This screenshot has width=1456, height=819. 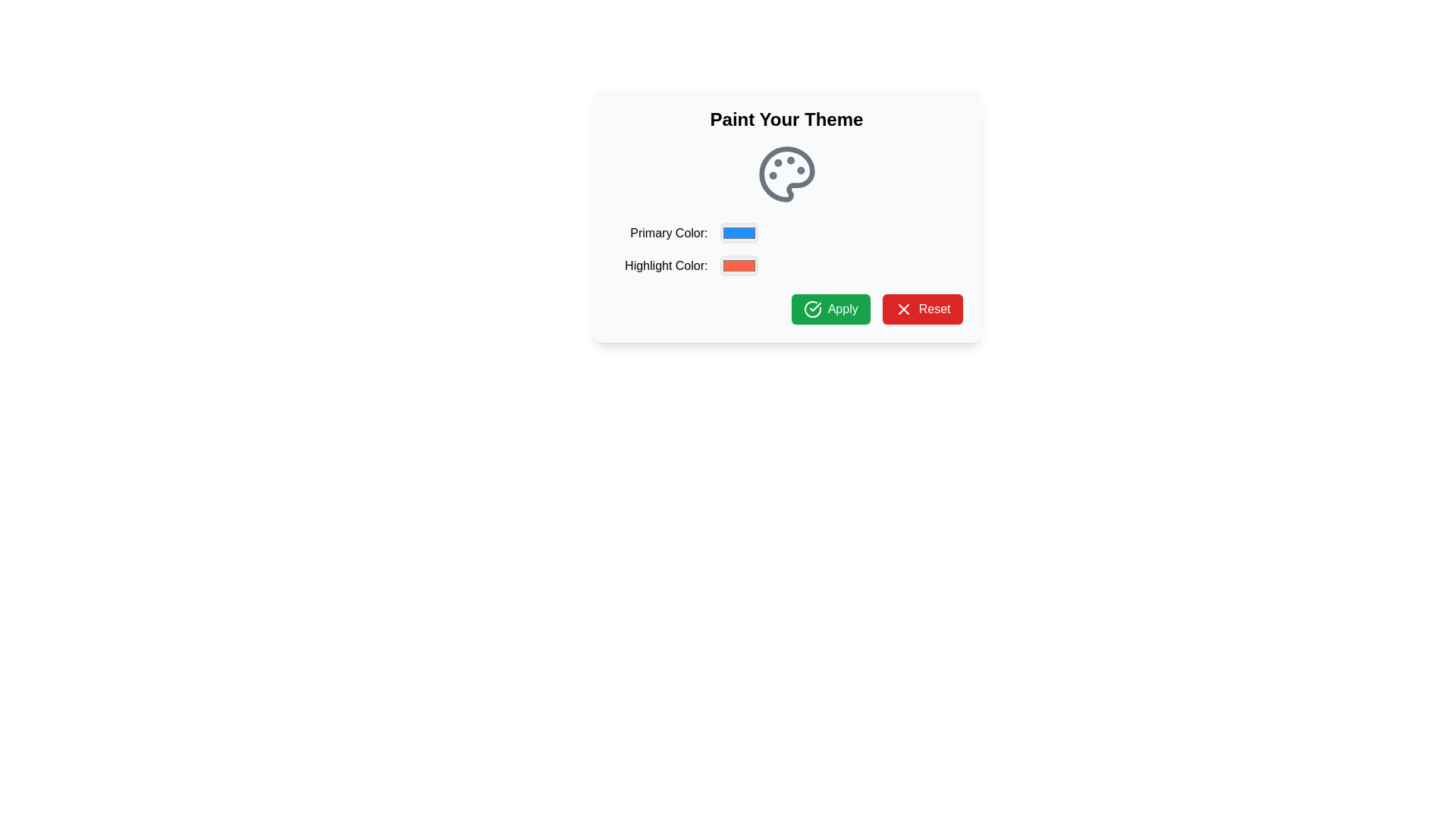 I want to click on the Highlight Color, so click(x=739, y=265).